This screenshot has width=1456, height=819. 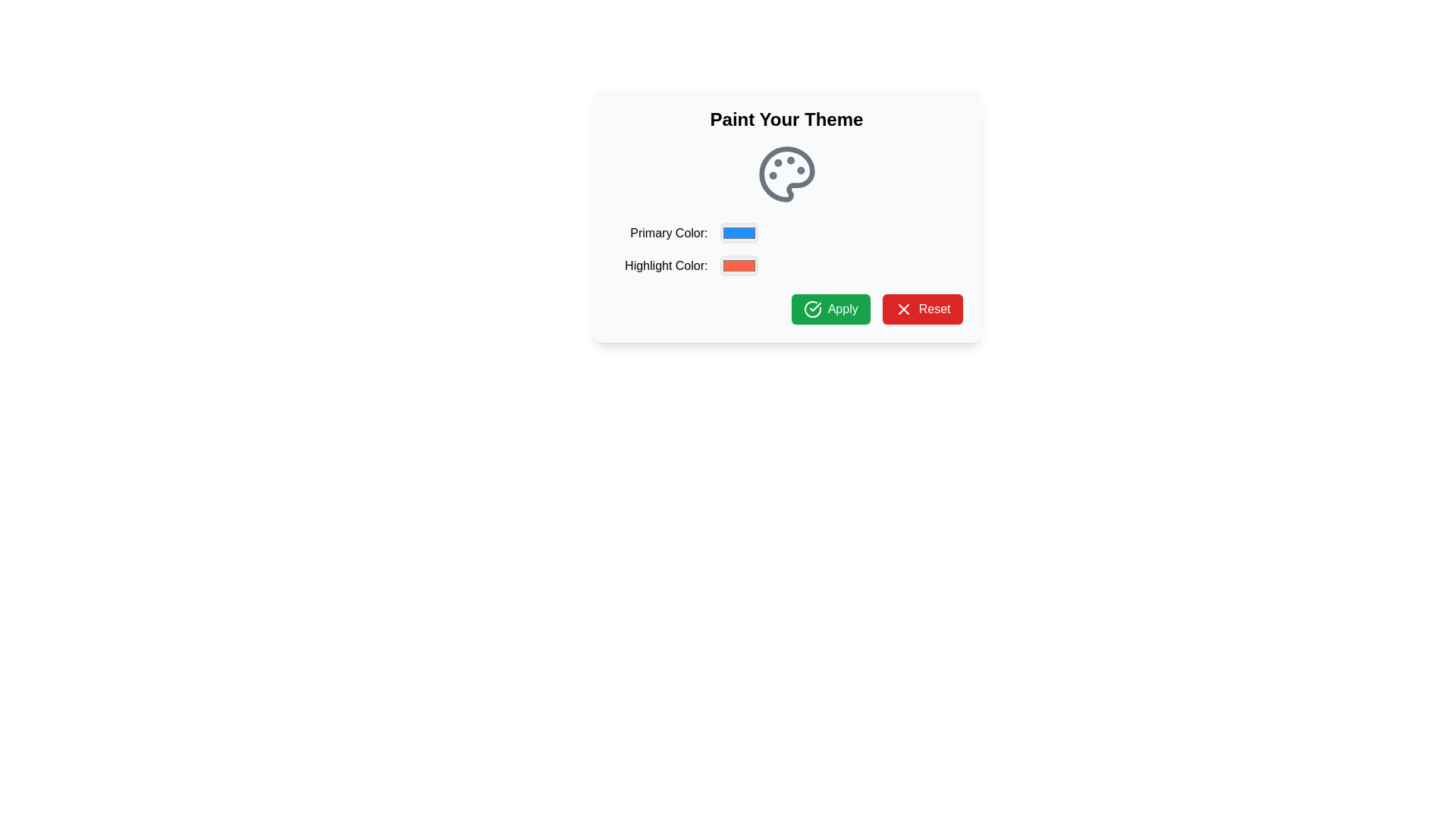 I want to click on the Highlight Color, so click(x=739, y=265).